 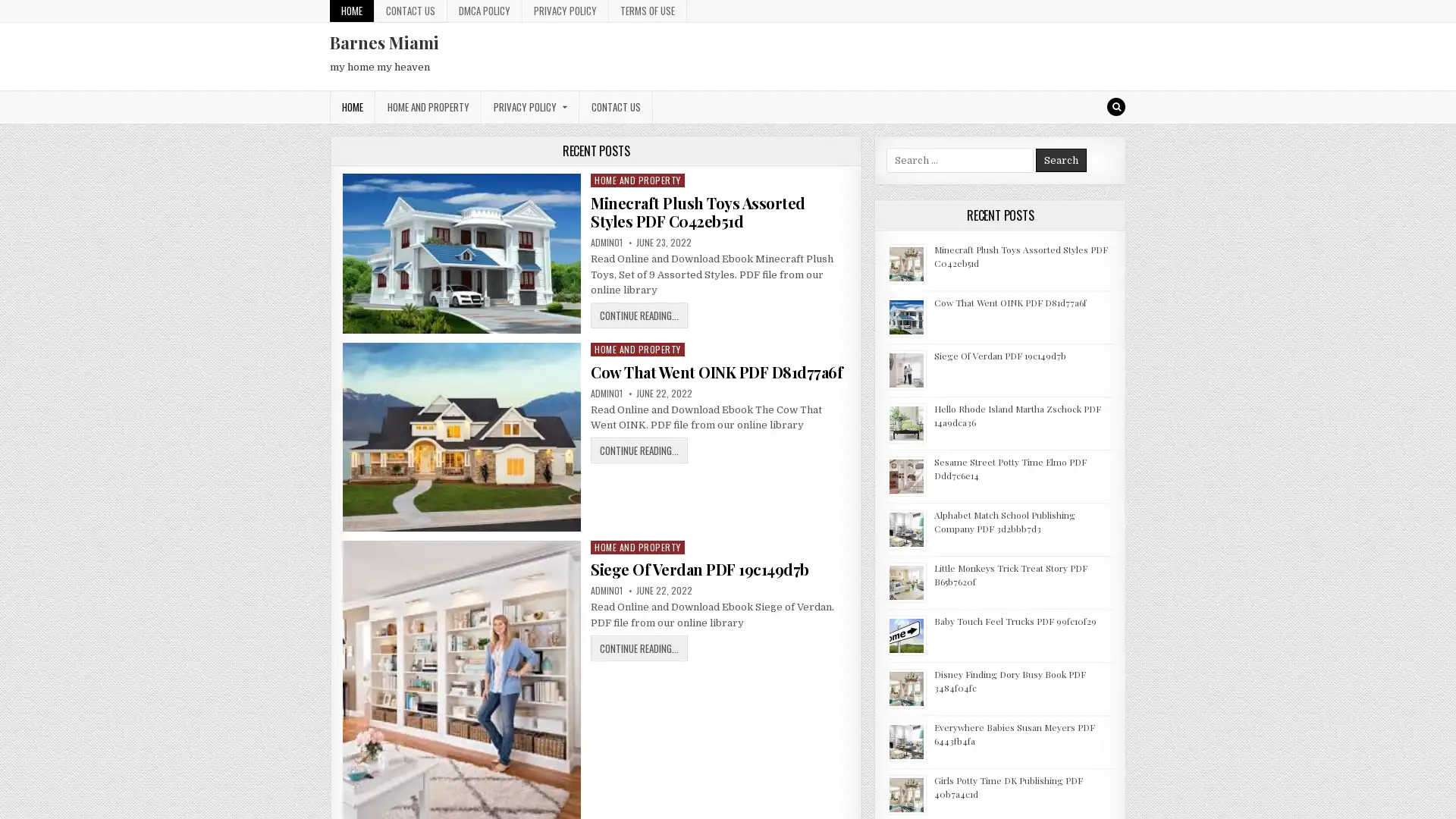 I want to click on Search, so click(x=1060, y=160).